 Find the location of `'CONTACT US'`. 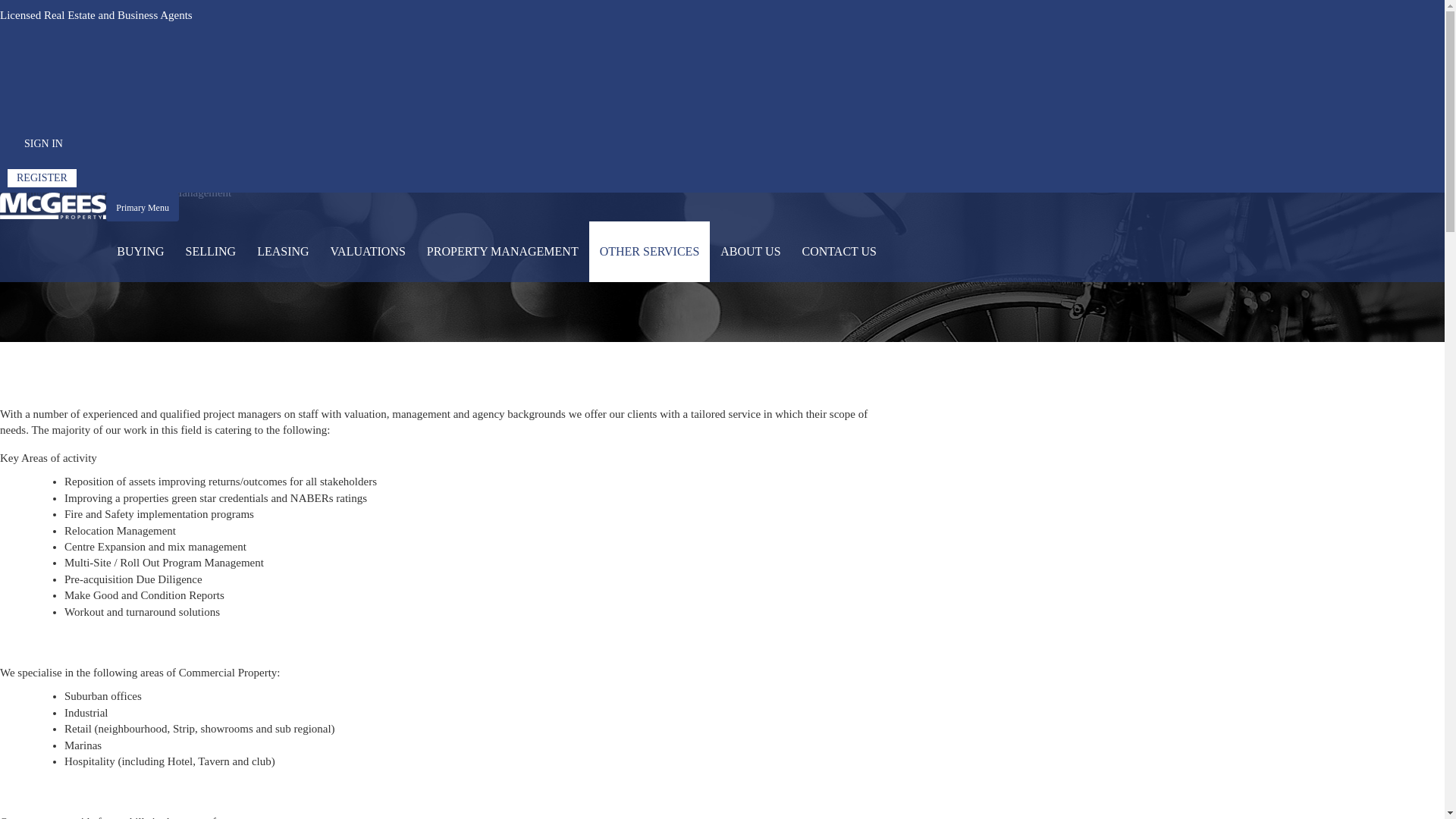

'CONTACT US' is located at coordinates (839, 250).